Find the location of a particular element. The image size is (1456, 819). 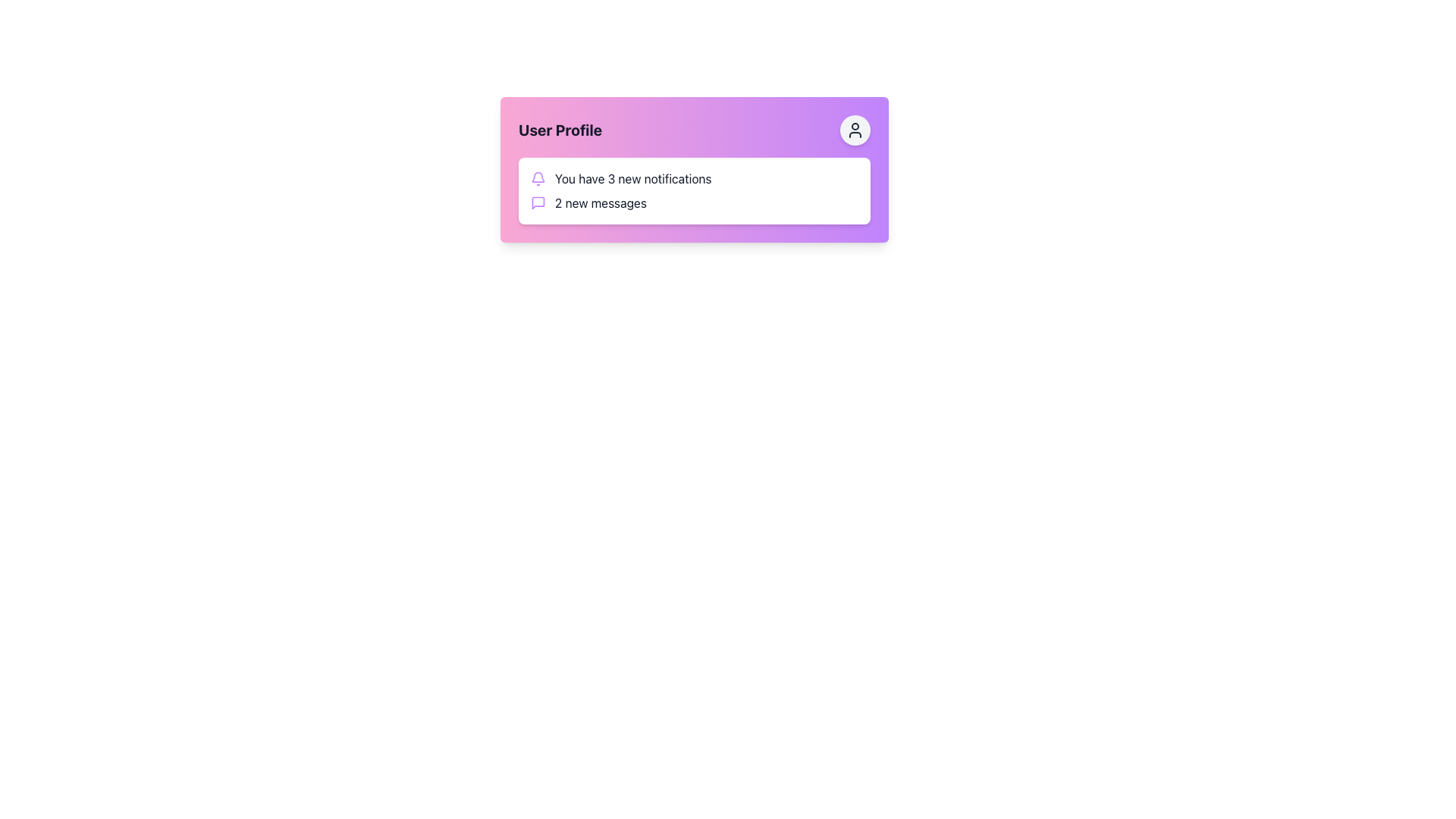

the user profile icon located at the top-right corner of the 'User Profile' card is located at coordinates (855, 130).